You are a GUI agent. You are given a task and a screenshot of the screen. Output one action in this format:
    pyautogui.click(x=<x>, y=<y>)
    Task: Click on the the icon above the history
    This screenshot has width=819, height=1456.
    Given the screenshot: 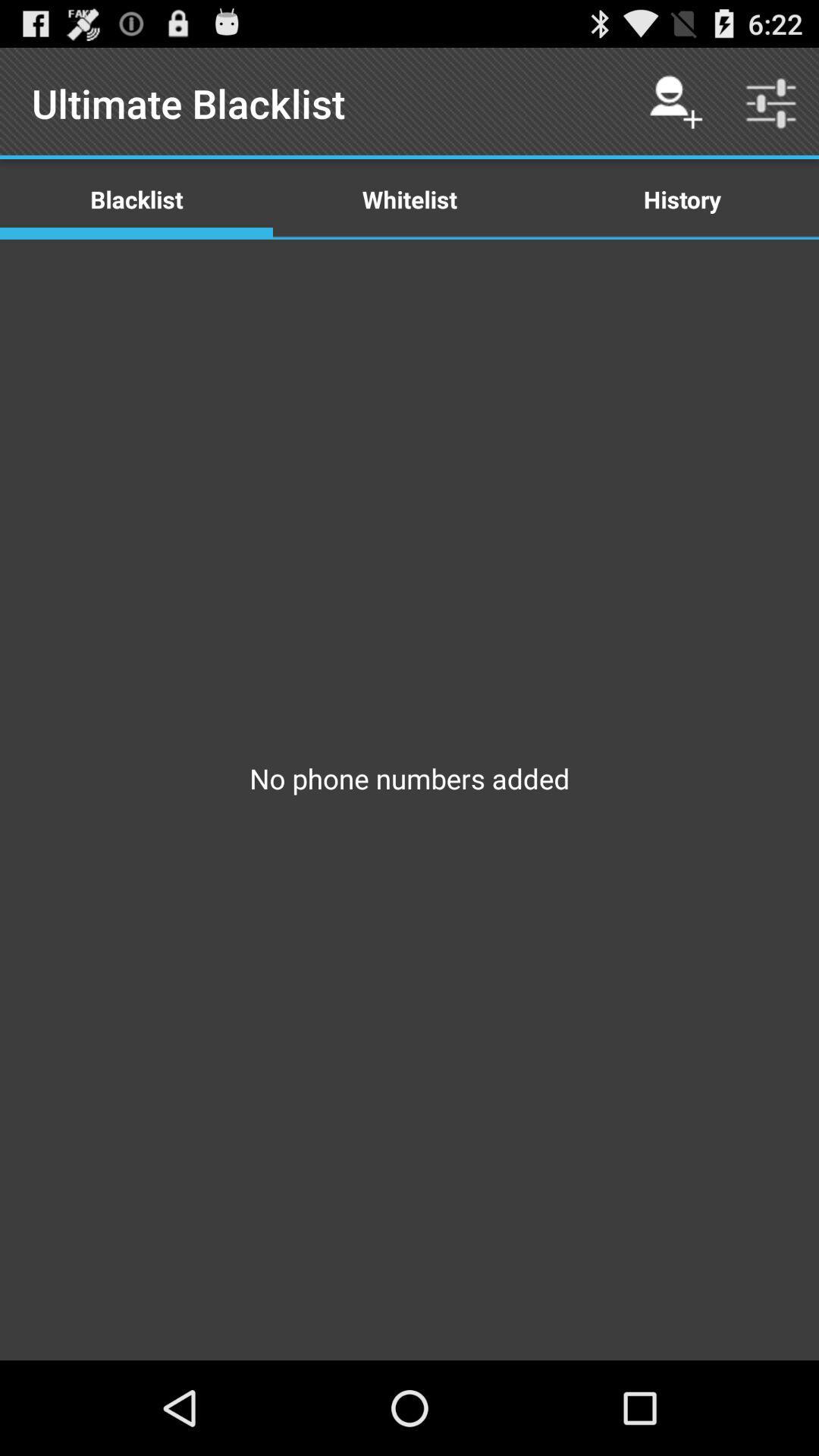 What is the action you would take?
    pyautogui.click(x=771, y=102)
    